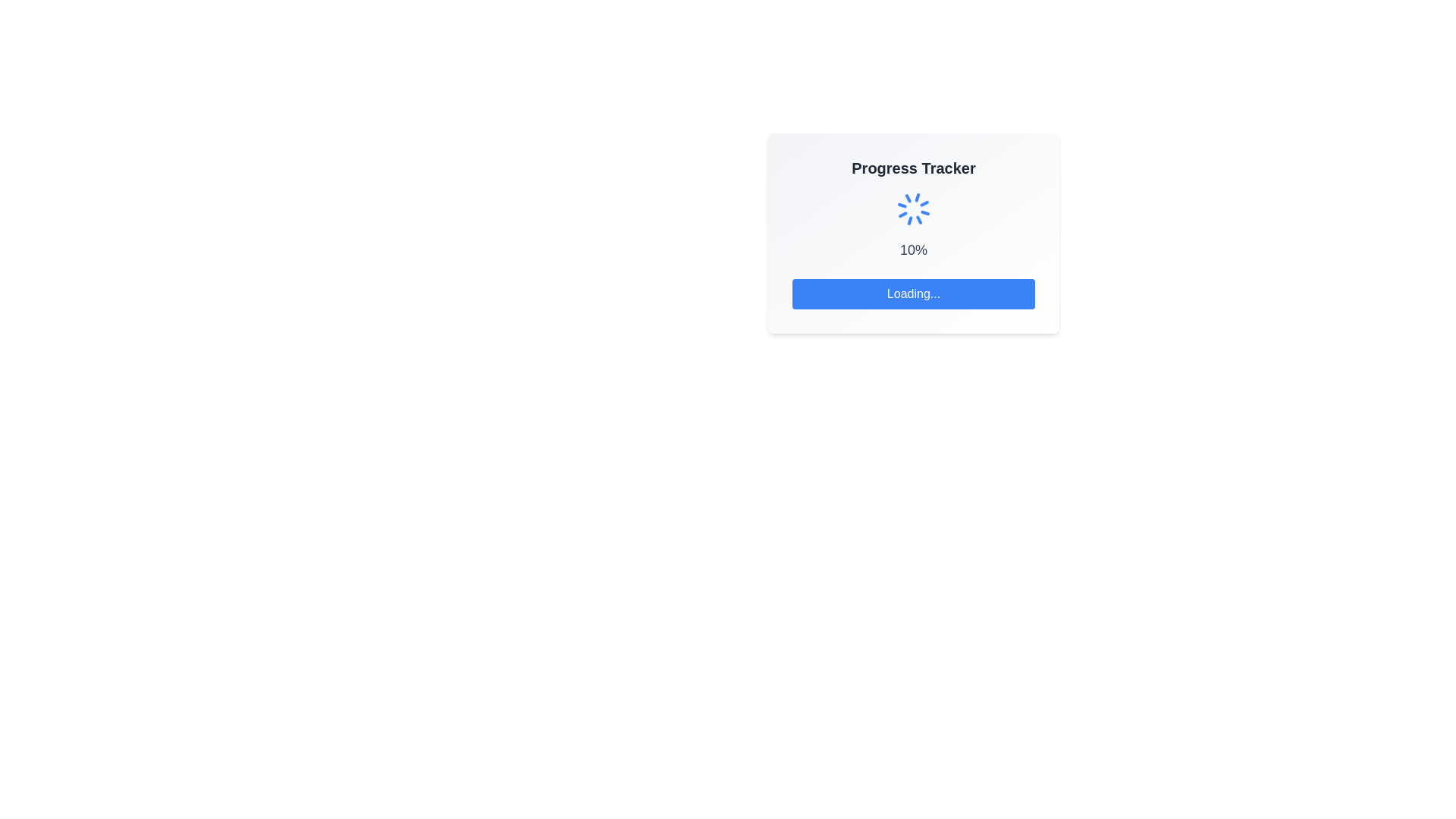 The width and height of the screenshot is (1456, 819). What do you see at coordinates (912, 168) in the screenshot?
I see `text label that serves as a title for the progress tracking card, positioned at the top above the loading spinner and progress percentage` at bounding box center [912, 168].